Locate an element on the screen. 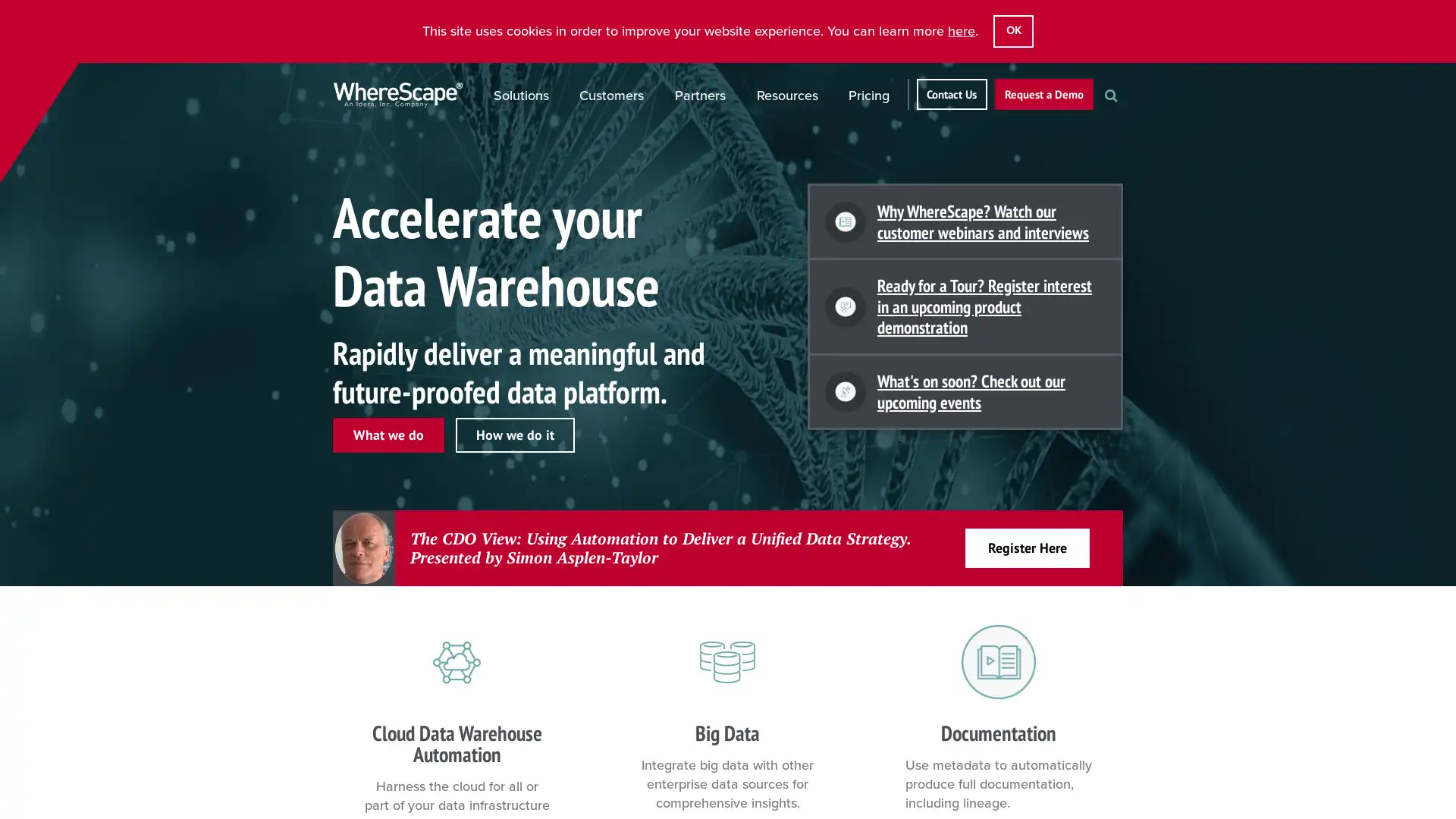 This screenshot has width=1456, height=819. OK is located at coordinates (1012, 31).